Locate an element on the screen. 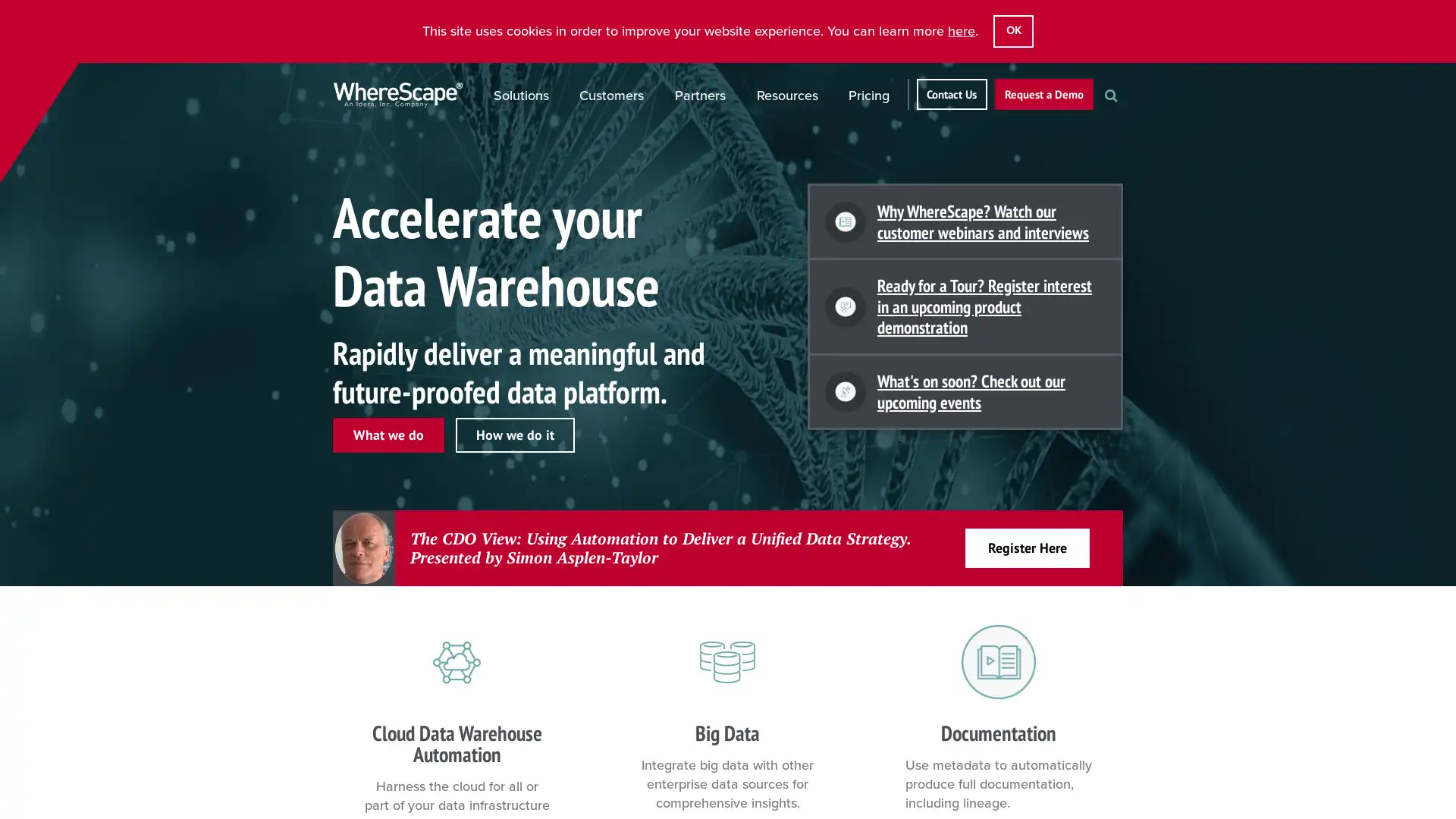 This screenshot has width=1456, height=819. OK is located at coordinates (1012, 31).